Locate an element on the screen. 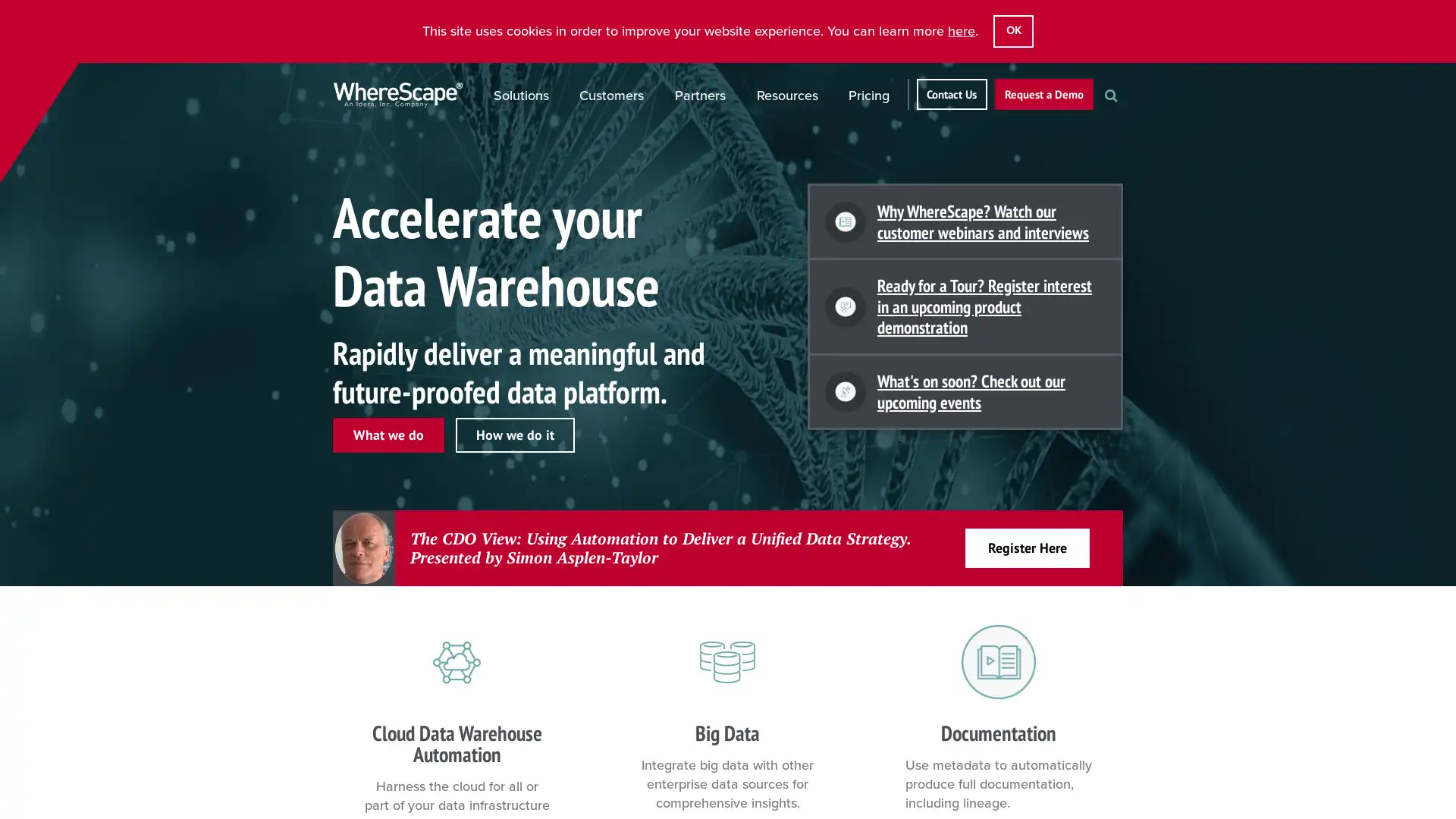 This screenshot has width=1456, height=819. OK is located at coordinates (1012, 31).